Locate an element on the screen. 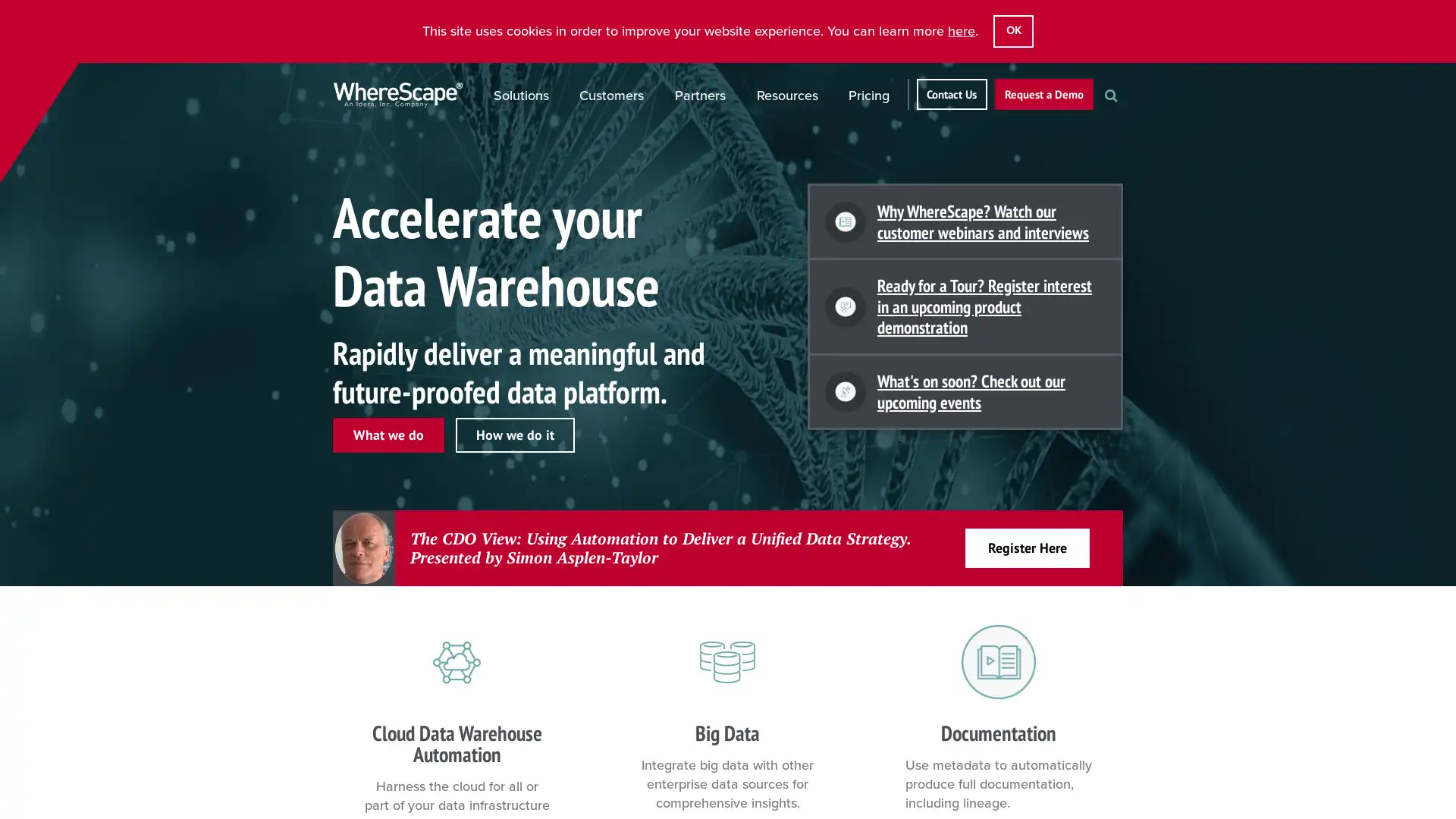 This screenshot has width=1456, height=819. OK is located at coordinates (1012, 31).